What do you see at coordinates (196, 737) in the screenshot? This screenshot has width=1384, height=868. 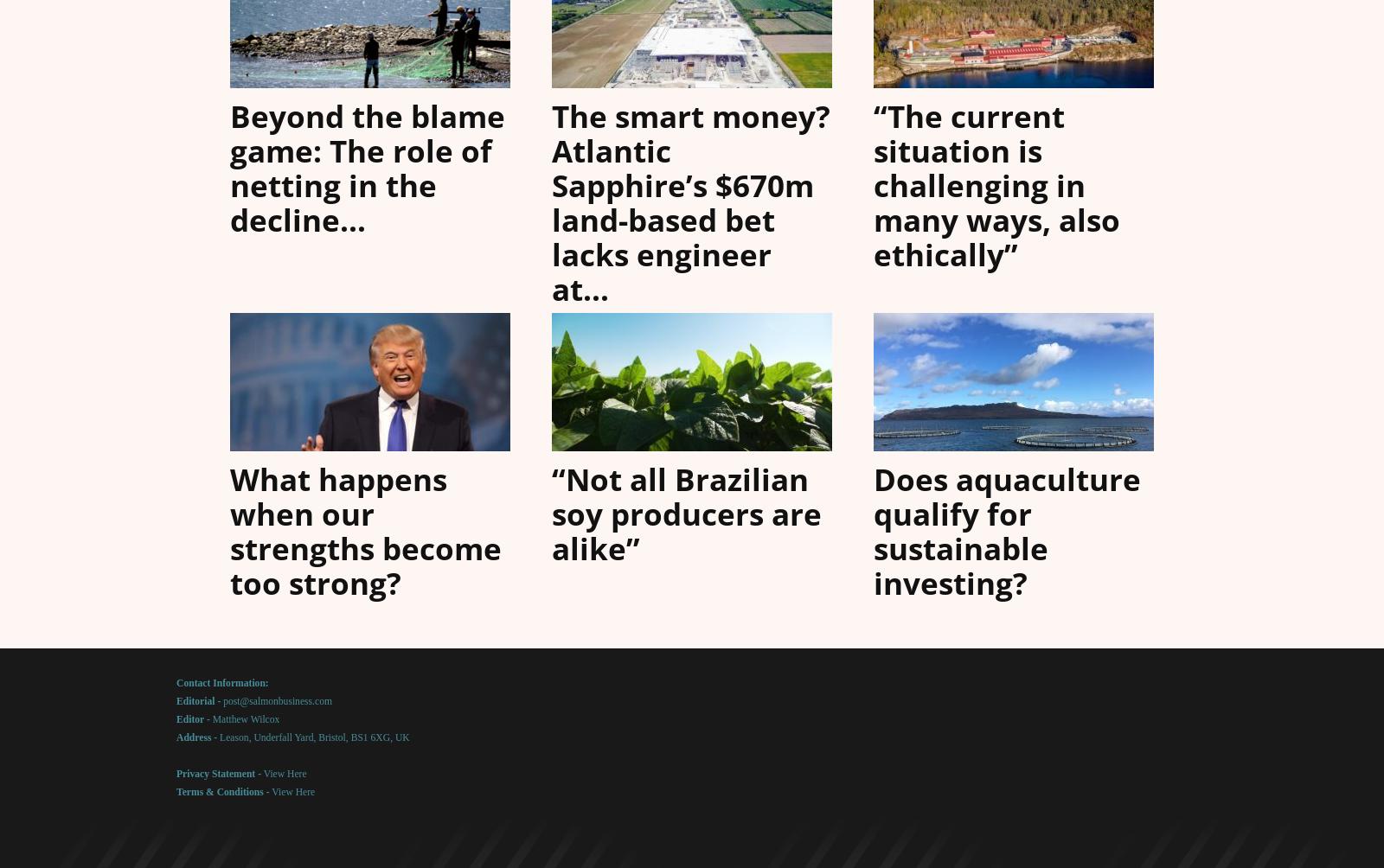 I see `'Address -'` at bounding box center [196, 737].